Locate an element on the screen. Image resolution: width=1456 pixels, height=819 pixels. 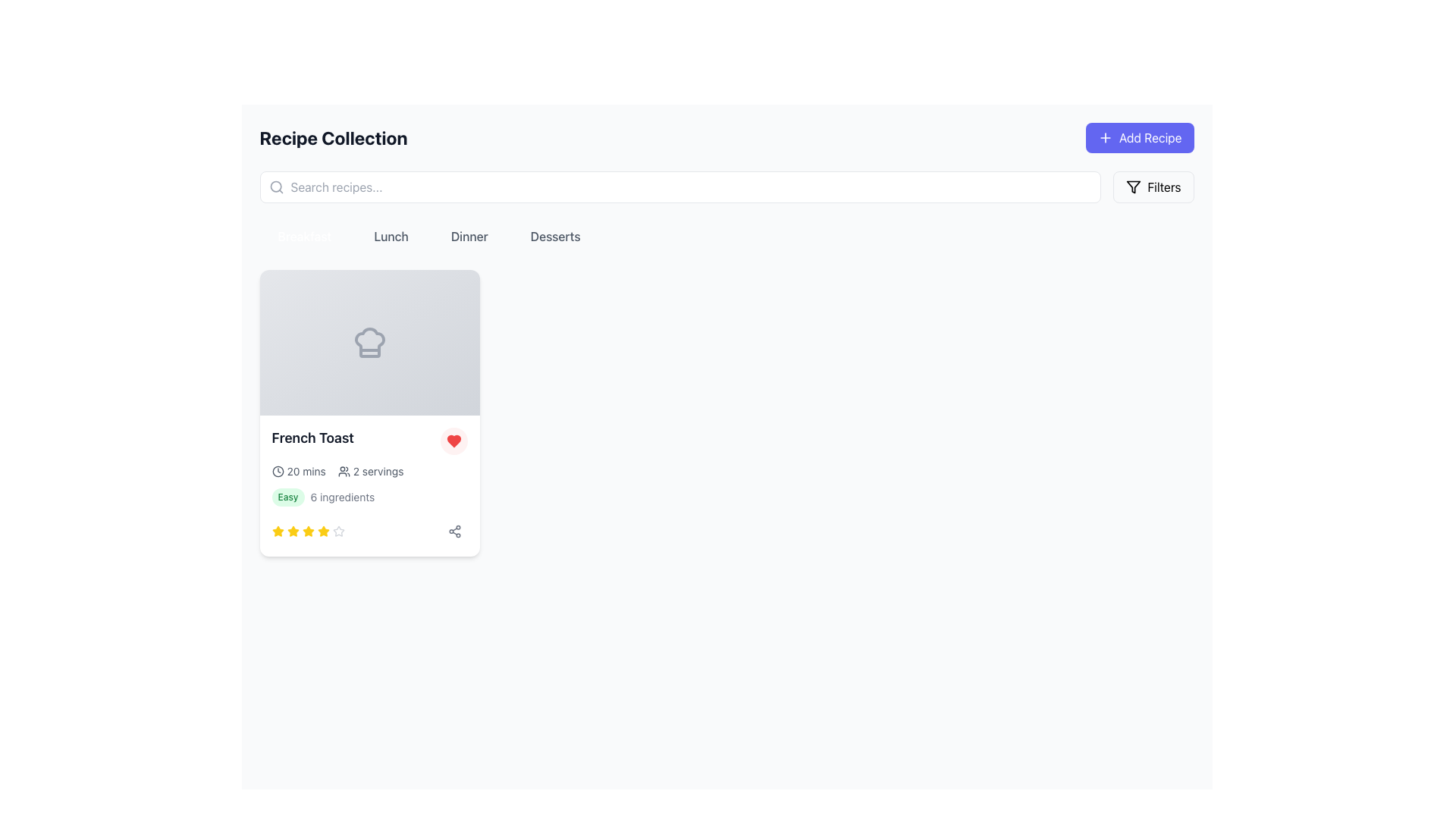
the Search bar with a filter button located beneath the 'Recipe Collection' title is located at coordinates (726, 186).